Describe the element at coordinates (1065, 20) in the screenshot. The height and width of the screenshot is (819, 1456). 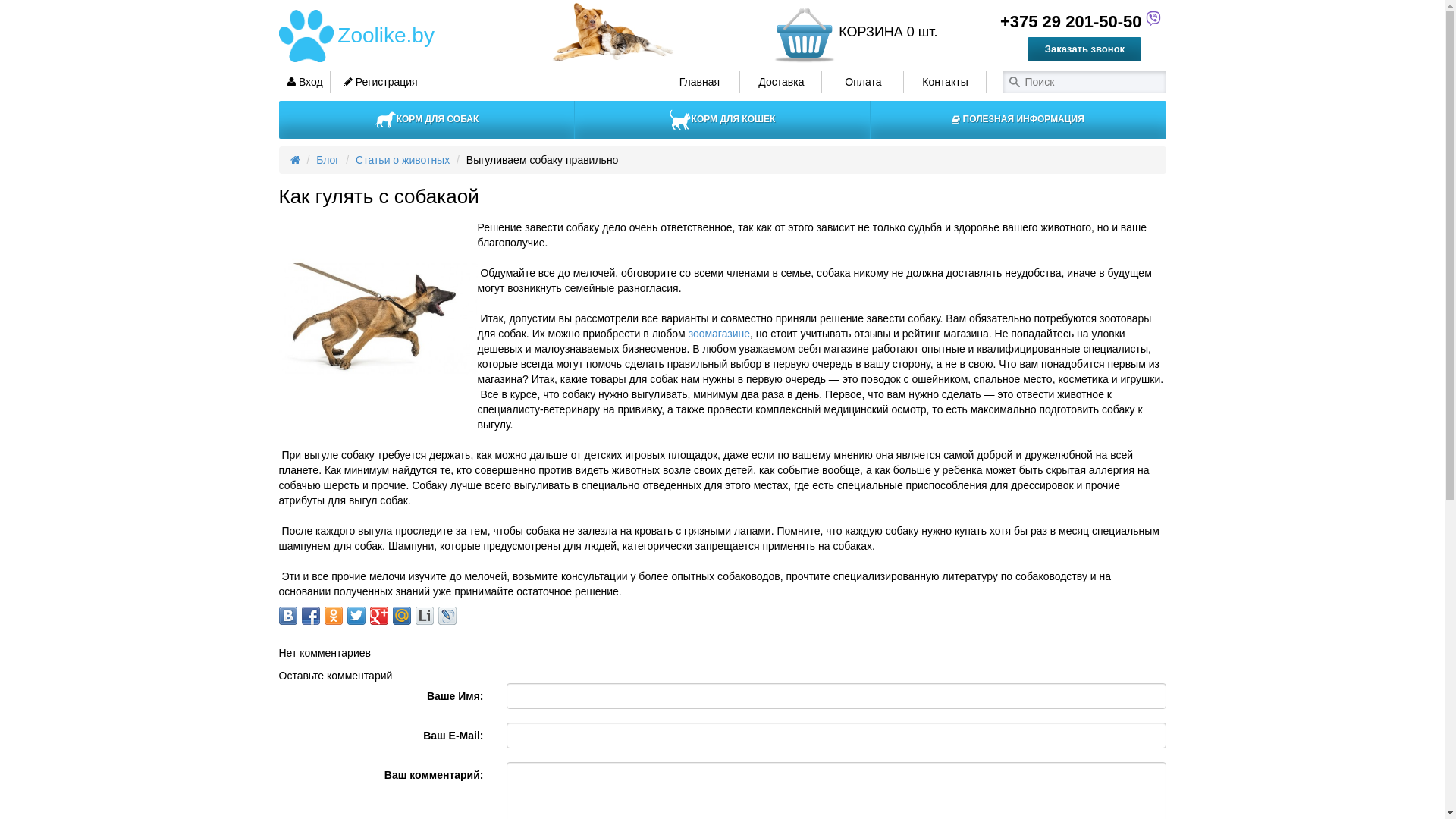
I see `'+375 29 201-50-50'` at that location.